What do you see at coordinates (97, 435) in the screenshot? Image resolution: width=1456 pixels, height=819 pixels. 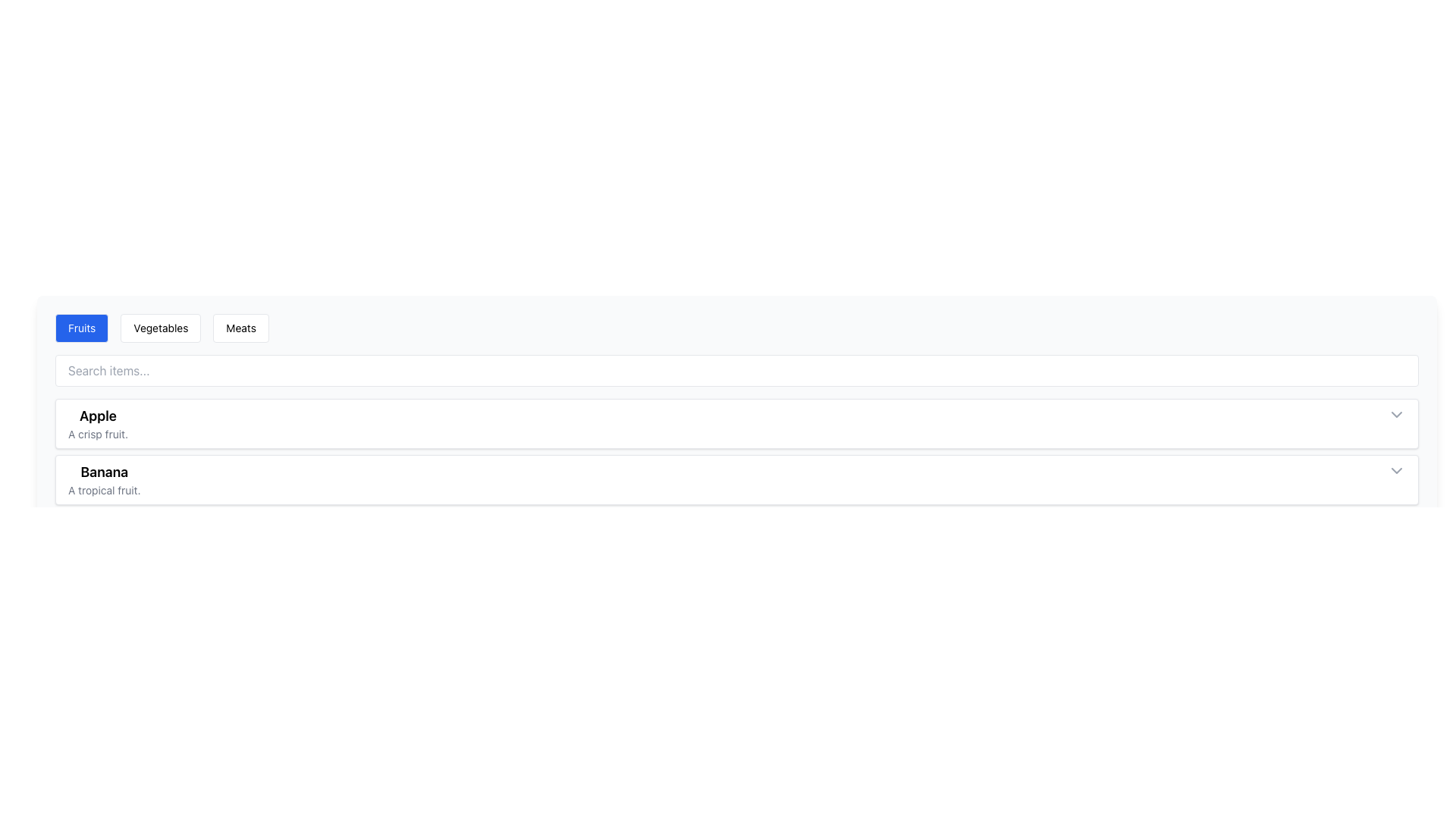 I see `description of the text label that reads 'A crisp fruit.' which is styled in a small font size and gray color, positioned below the header 'Apple.'` at bounding box center [97, 435].